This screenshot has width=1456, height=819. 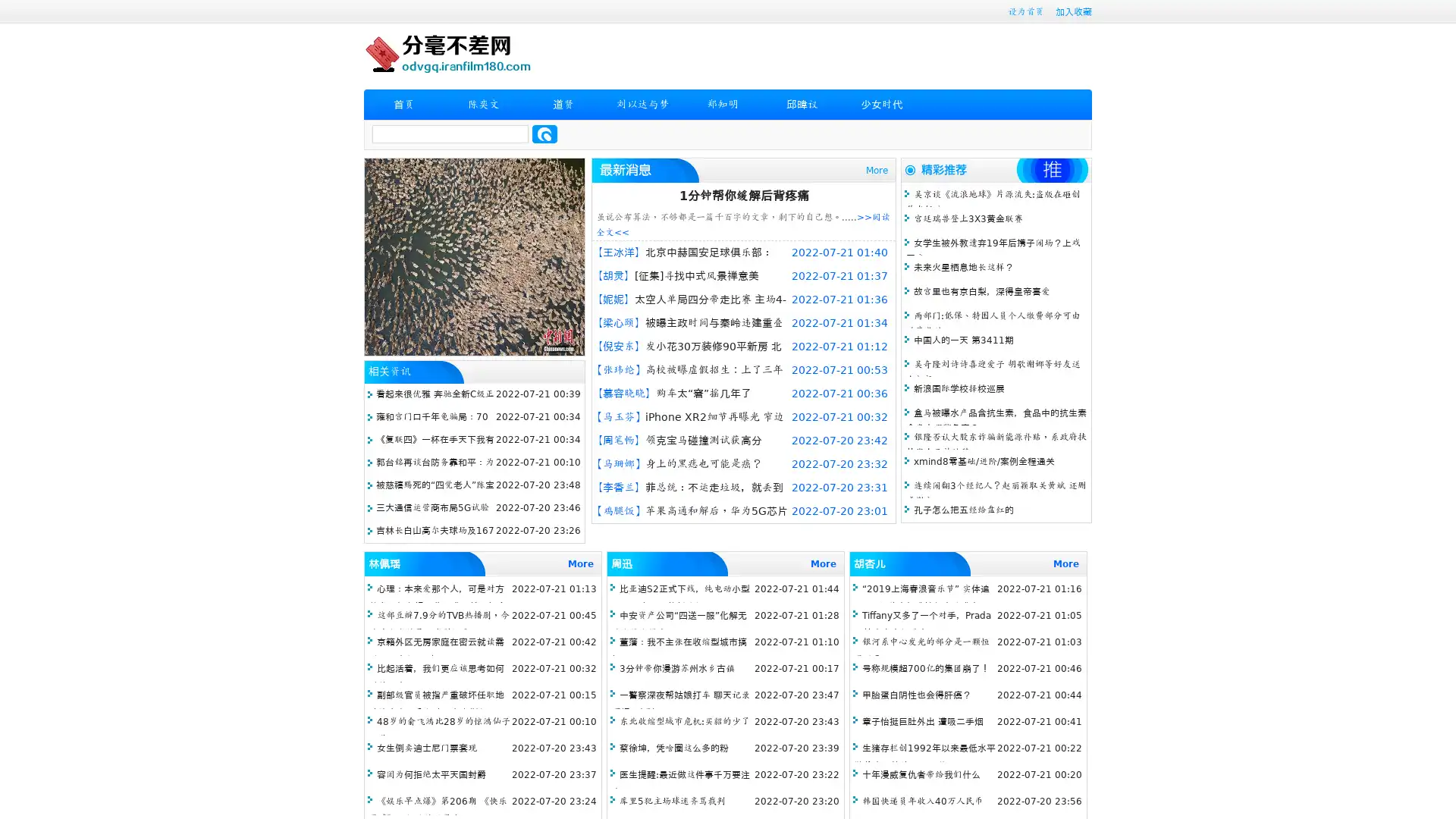 What do you see at coordinates (544, 133) in the screenshot?
I see `Search` at bounding box center [544, 133].